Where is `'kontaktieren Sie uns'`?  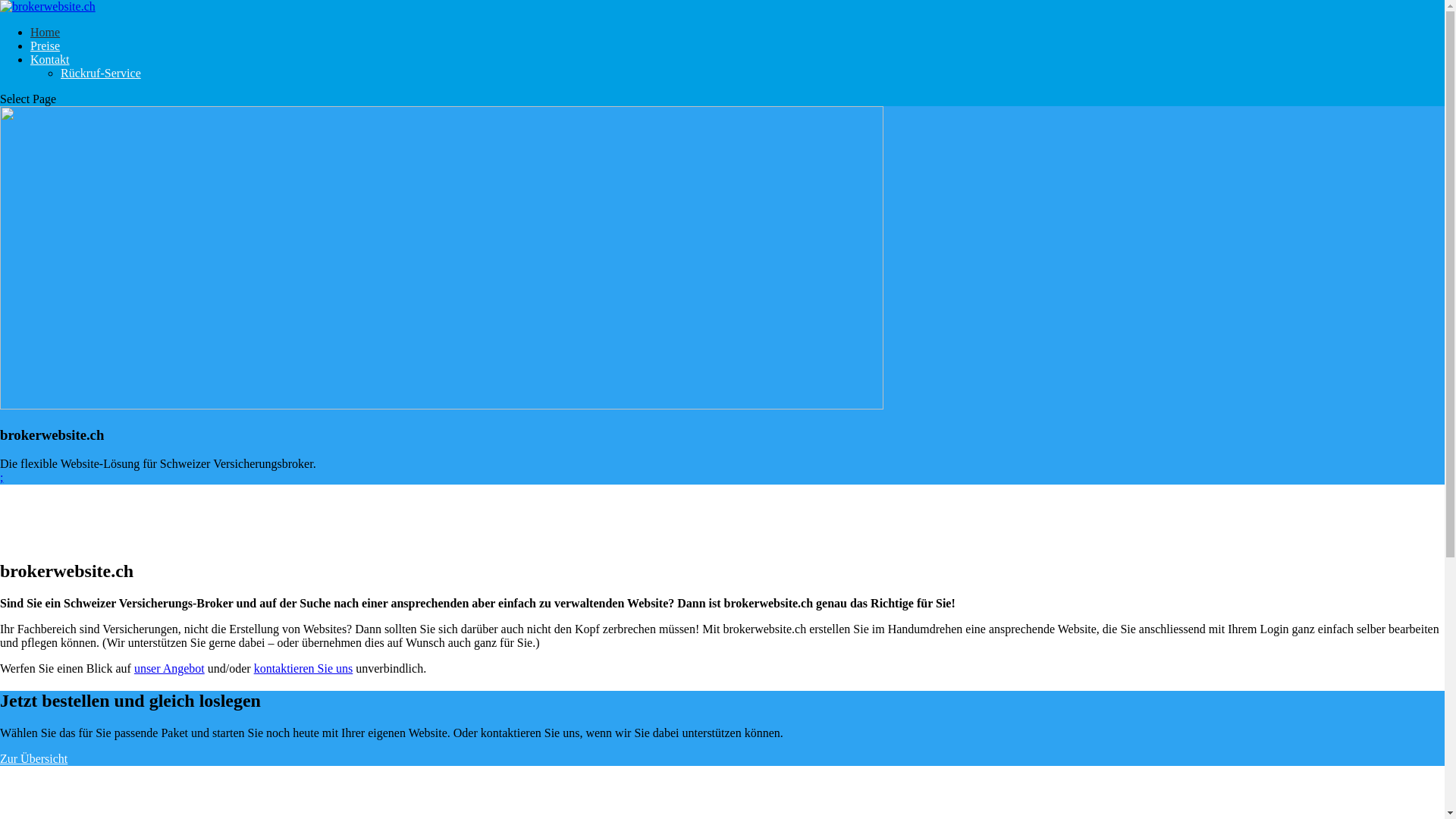 'kontaktieren Sie uns' is located at coordinates (303, 667).